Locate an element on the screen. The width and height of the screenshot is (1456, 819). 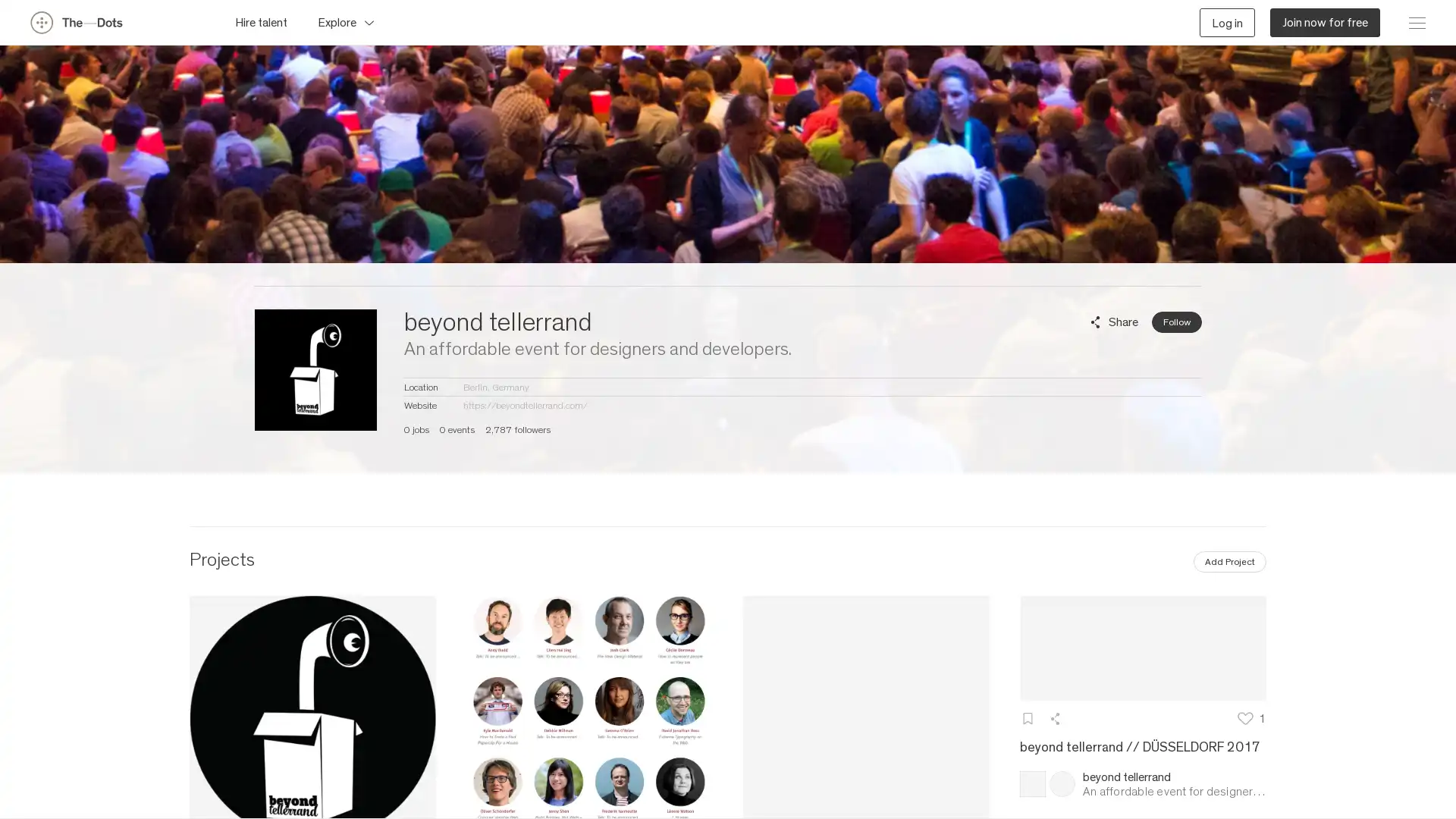
Like this project, 1 like is located at coordinates (1252, 717).